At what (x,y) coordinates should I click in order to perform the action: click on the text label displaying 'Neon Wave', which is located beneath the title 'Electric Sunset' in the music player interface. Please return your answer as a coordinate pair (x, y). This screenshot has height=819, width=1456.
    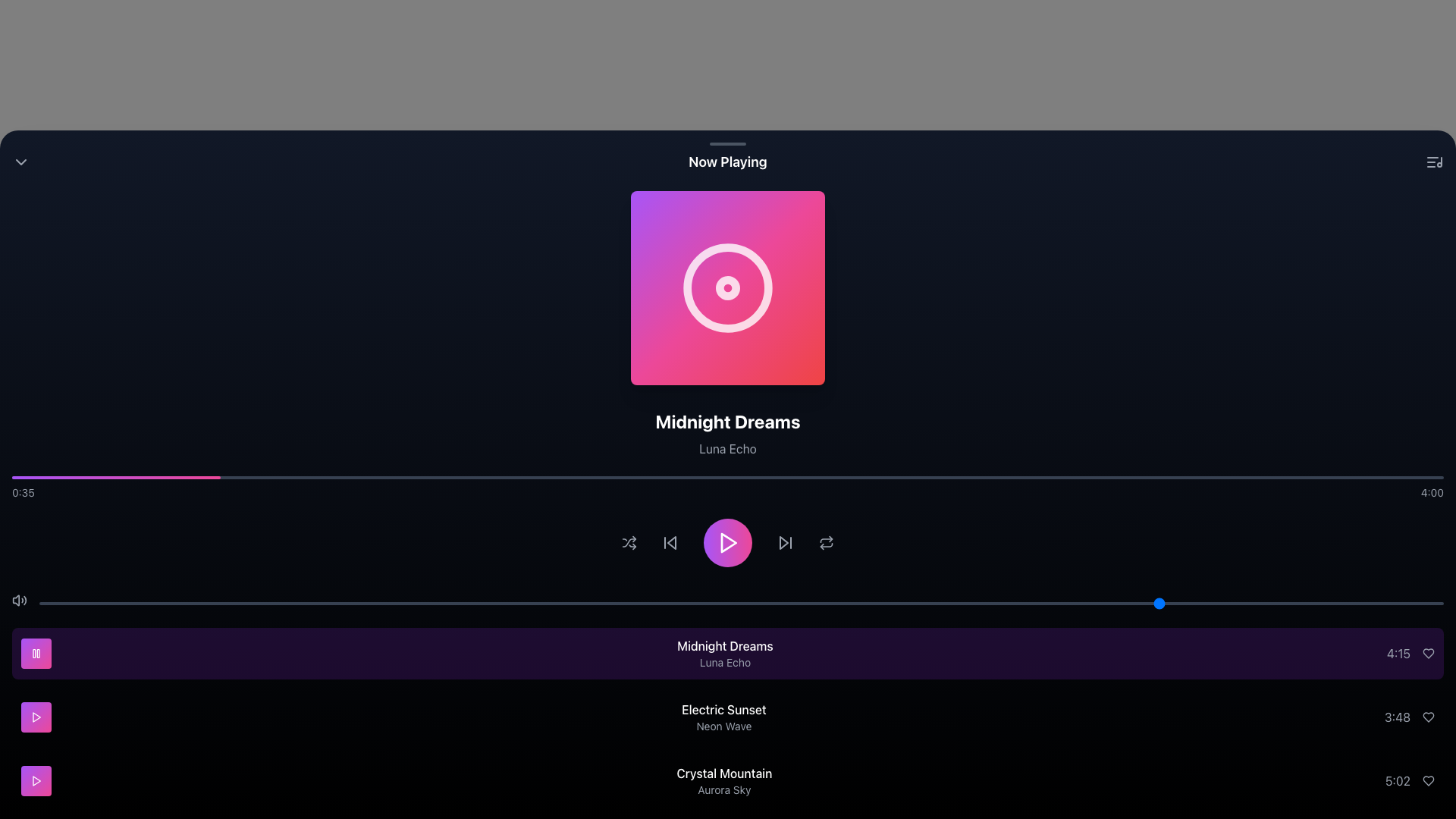
    Looking at the image, I should click on (723, 725).